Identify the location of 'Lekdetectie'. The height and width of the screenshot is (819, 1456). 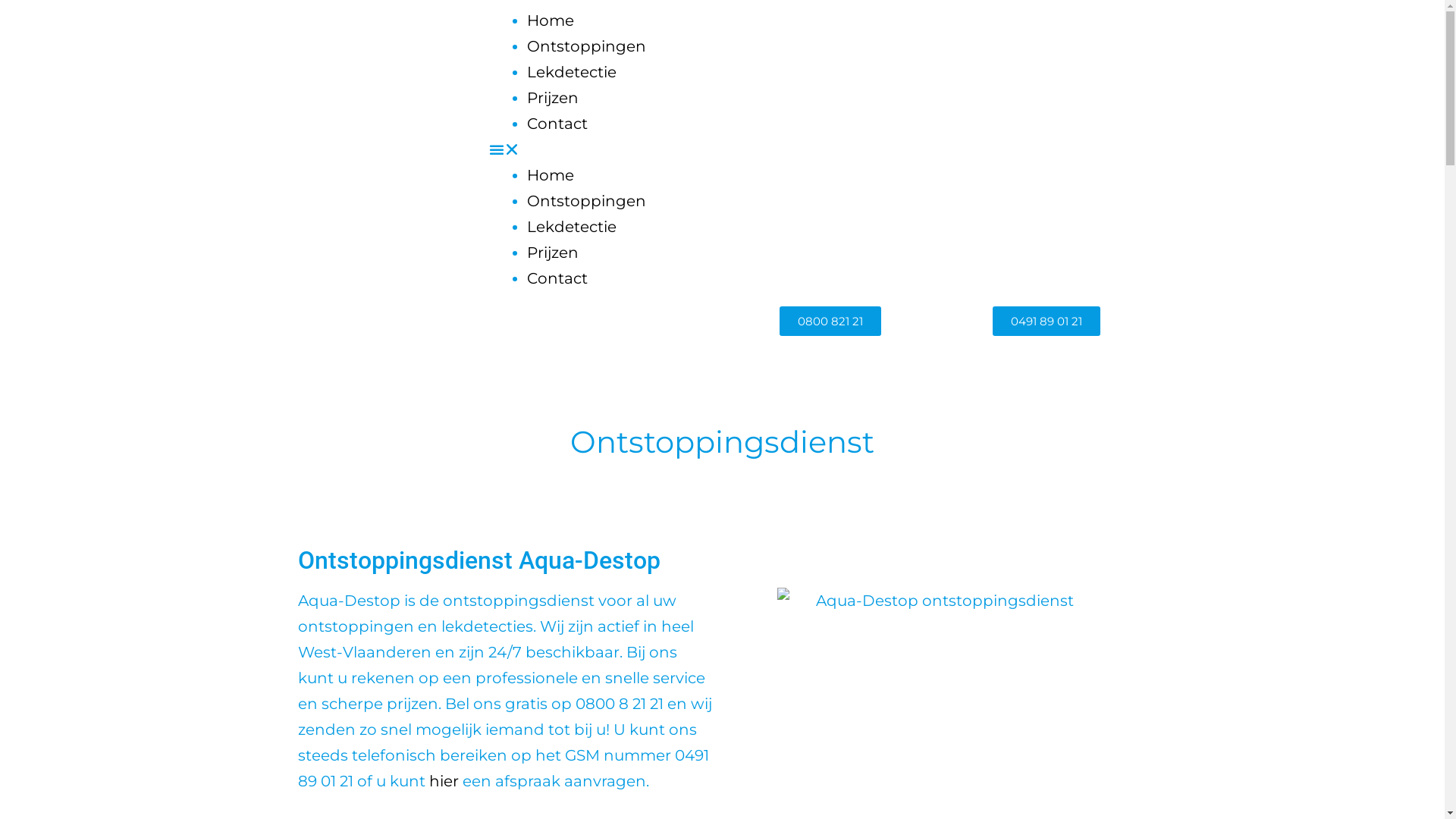
(570, 72).